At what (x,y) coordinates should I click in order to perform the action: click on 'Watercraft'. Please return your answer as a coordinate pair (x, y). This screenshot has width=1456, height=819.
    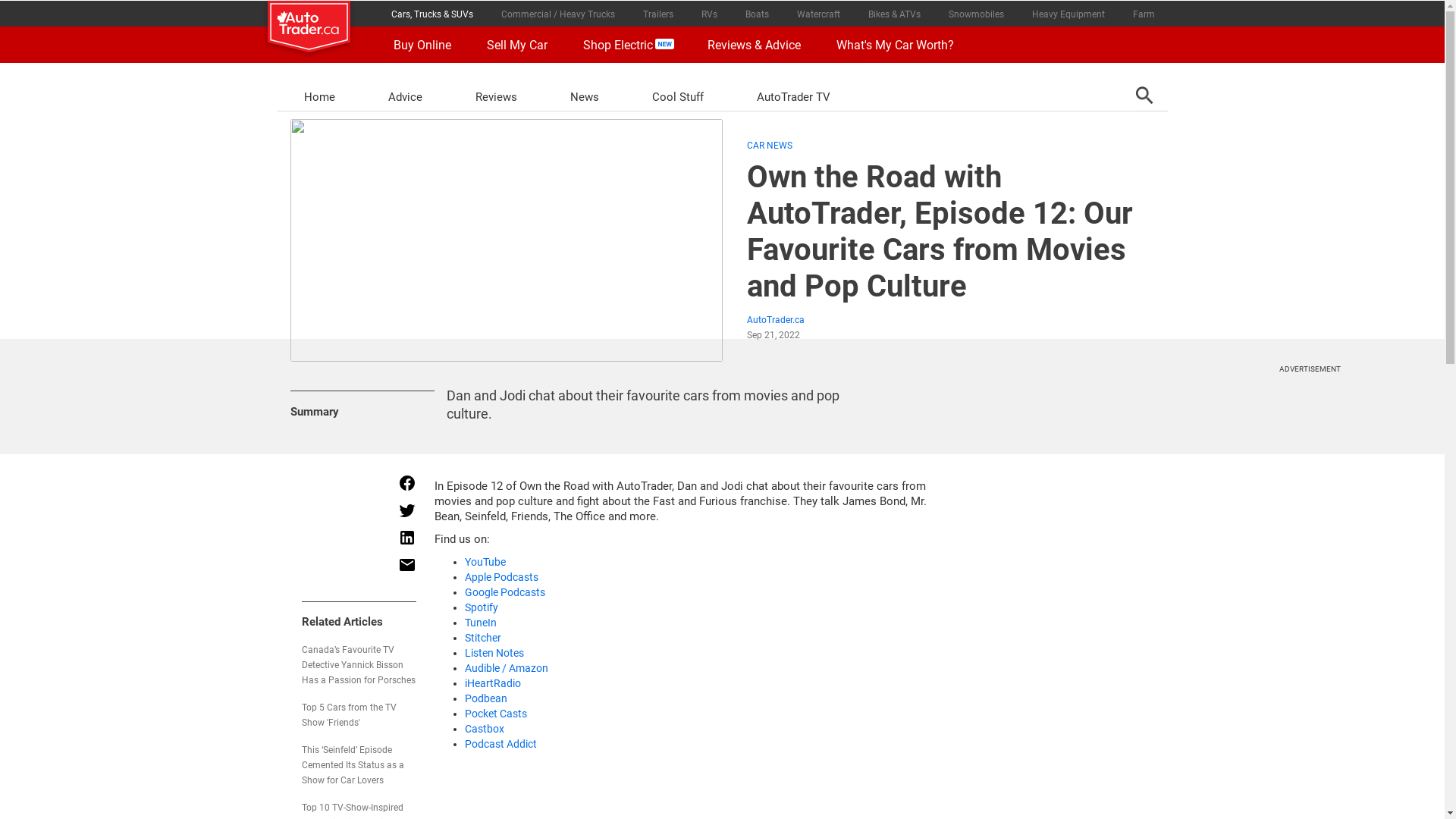
    Looking at the image, I should click on (817, 14).